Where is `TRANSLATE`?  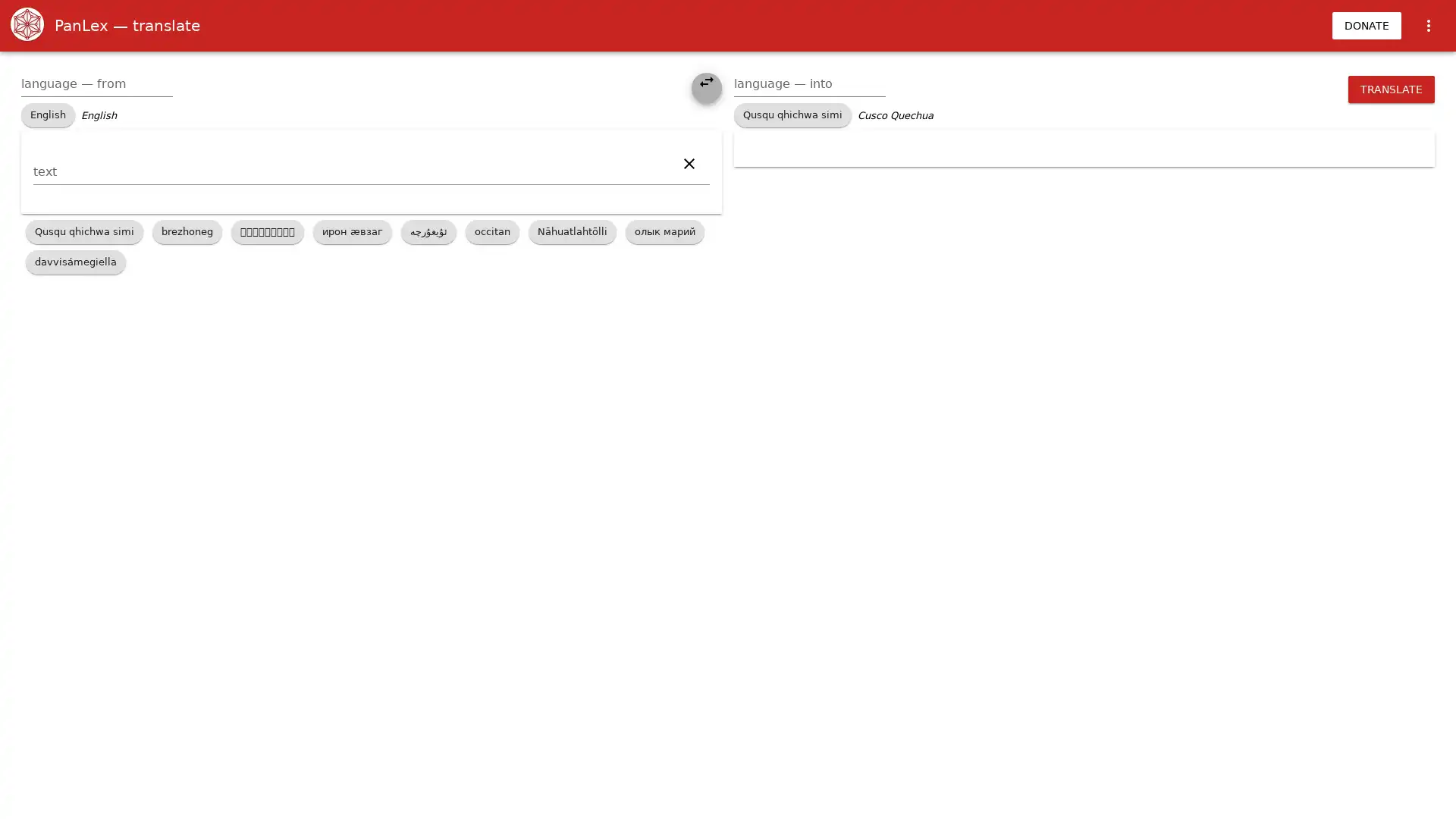
TRANSLATE is located at coordinates (1391, 89).